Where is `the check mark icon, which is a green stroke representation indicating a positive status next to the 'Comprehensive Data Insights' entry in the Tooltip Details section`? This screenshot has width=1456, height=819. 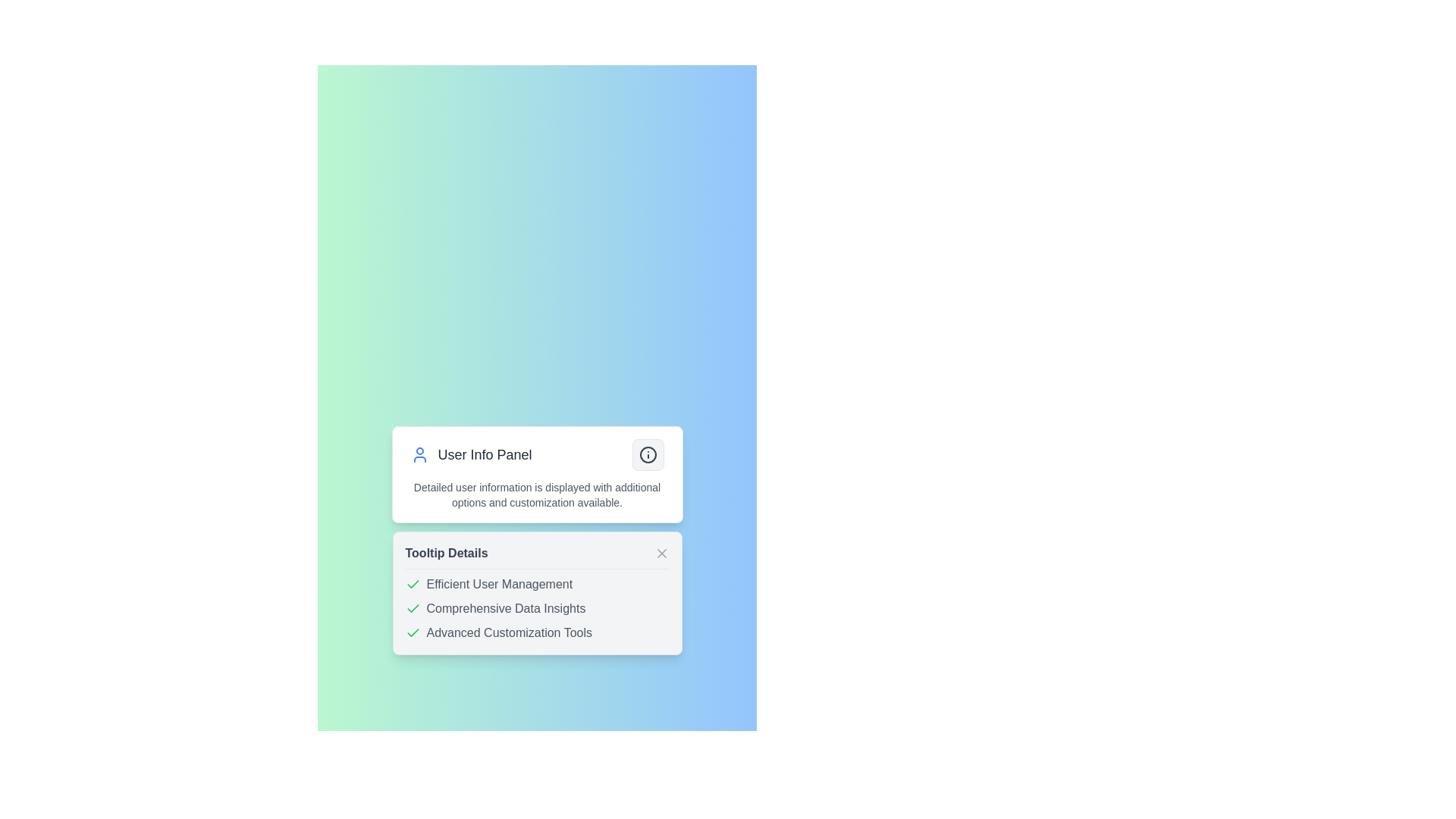 the check mark icon, which is a green stroke representation indicating a positive status next to the 'Comprehensive Data Insights' entry in the Tooltip Details section is located at coordinates (413, 583).